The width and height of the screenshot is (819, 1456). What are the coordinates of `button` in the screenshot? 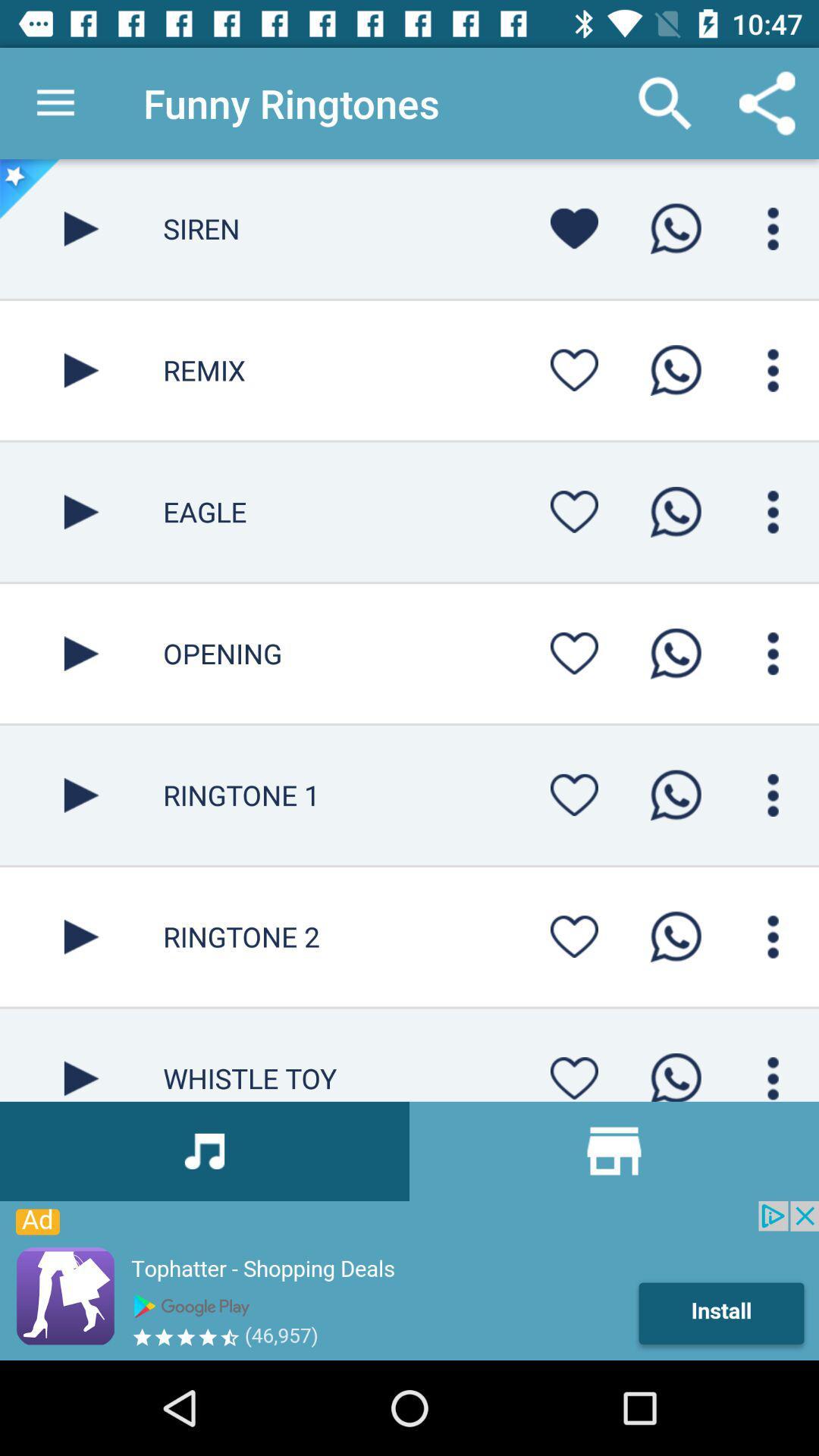 It's located at (81, 1054).